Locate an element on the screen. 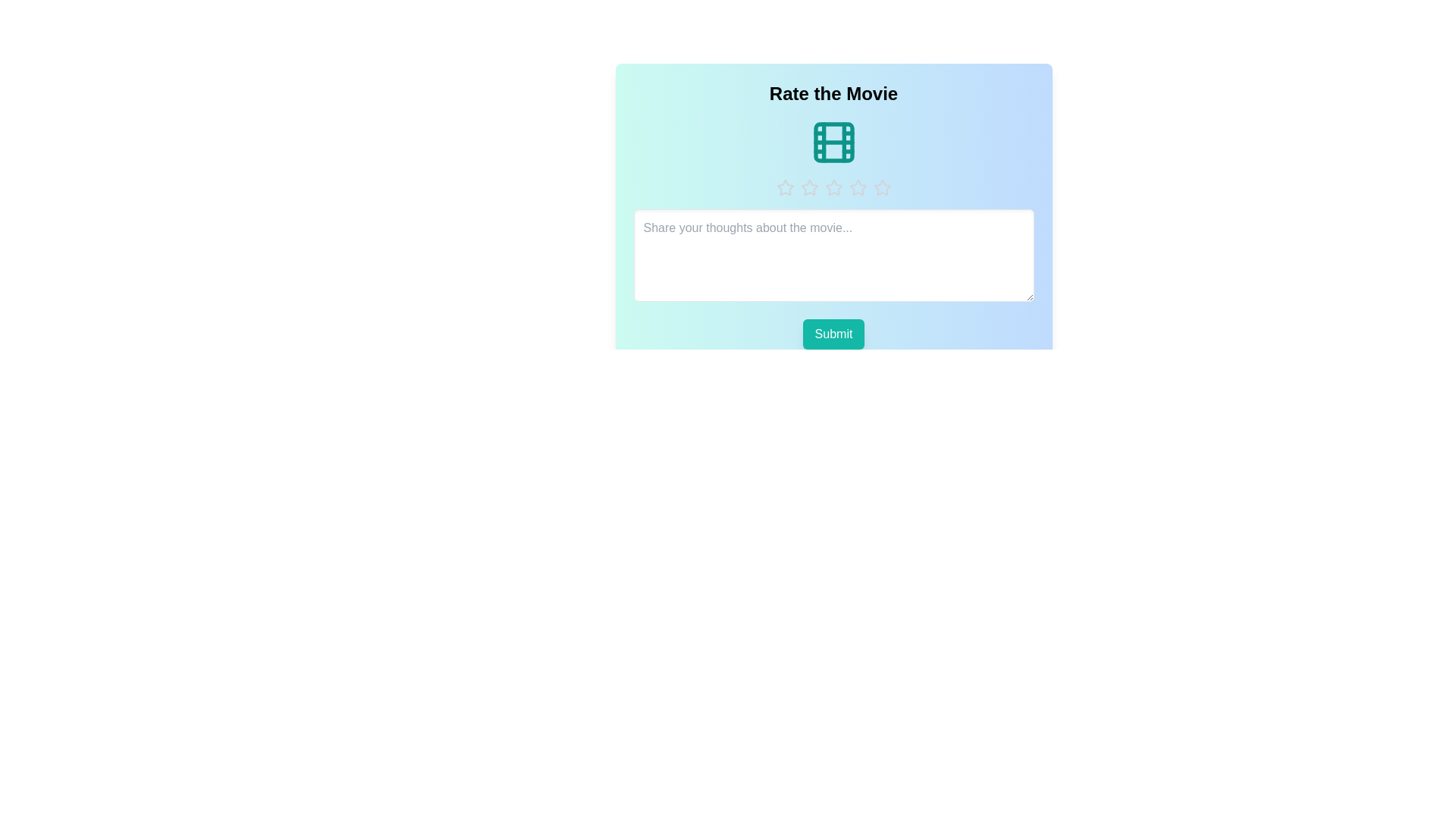  the rating to 1 stars by clicking on the respective star is located at coordinates (785, 187).